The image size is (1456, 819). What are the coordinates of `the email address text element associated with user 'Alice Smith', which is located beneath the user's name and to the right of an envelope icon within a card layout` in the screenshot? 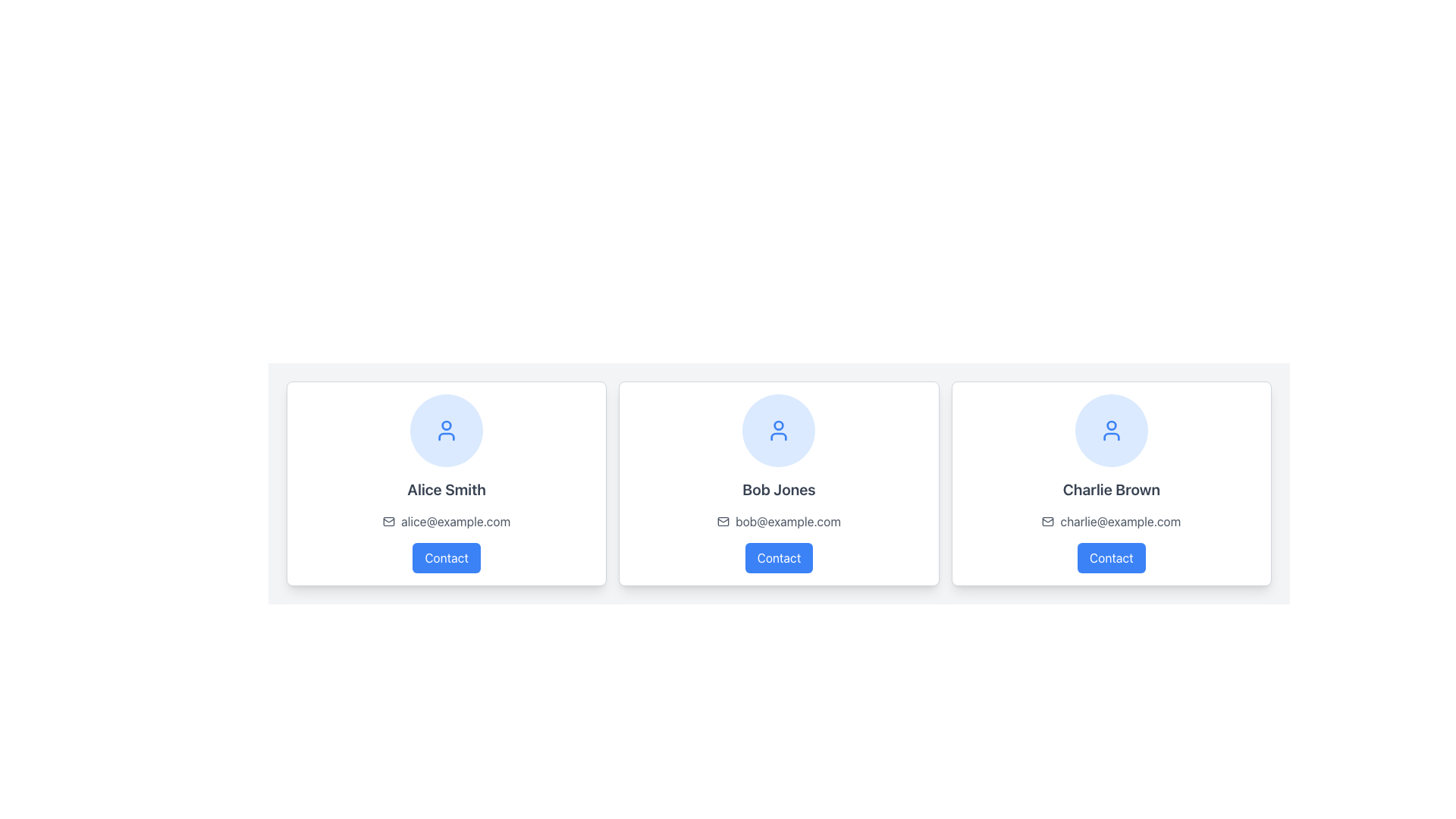 It's located at (455, 520).